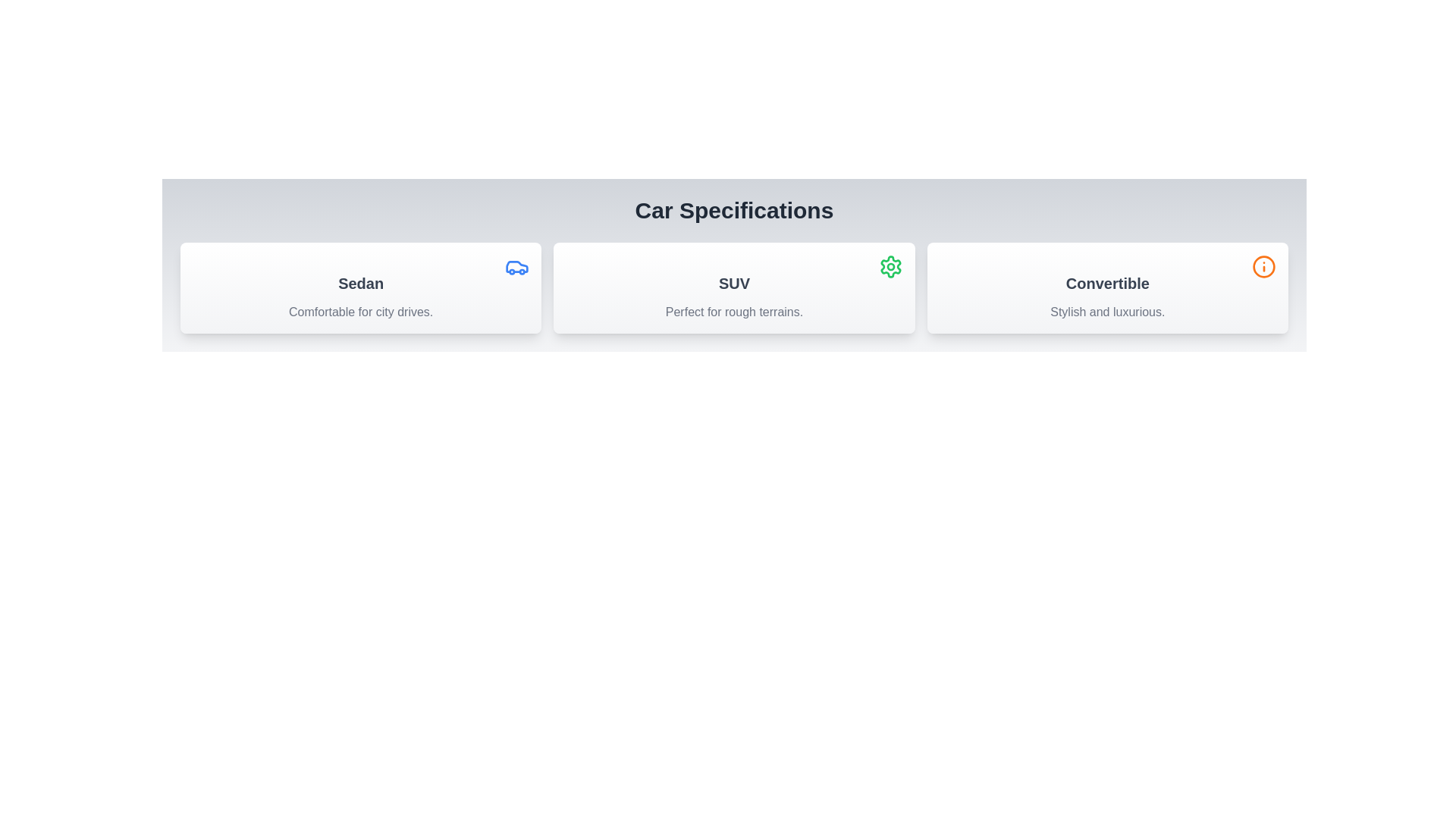 The image size is (1456, 819). I want to click on the text label that describes the suitability of the 'SUV' card, located at the bottom section of the central card in a three-card layout, so click(734, 312).